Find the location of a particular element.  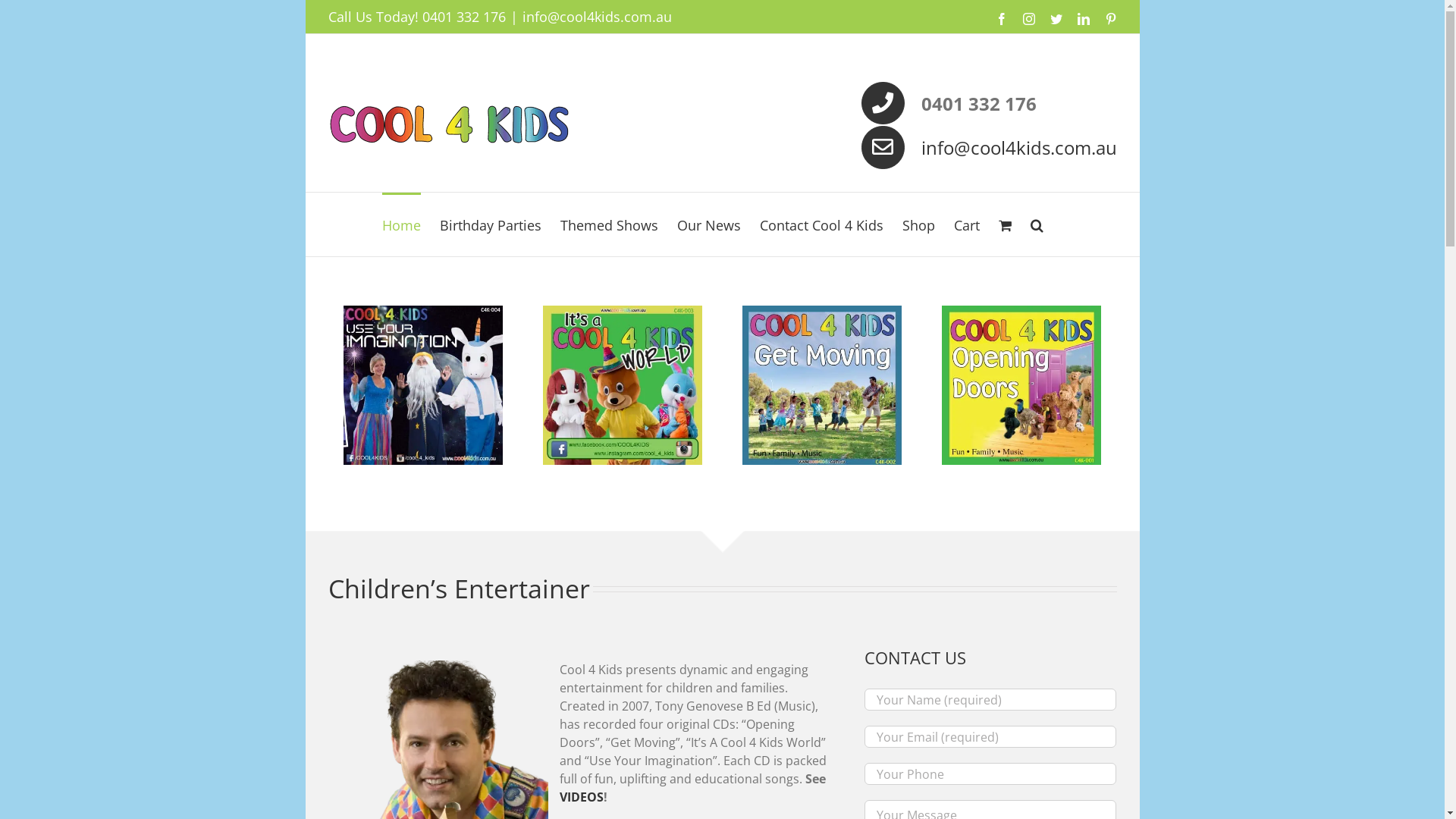

'Contact Cool 4 Kids' is located at coordinates (821, 224).